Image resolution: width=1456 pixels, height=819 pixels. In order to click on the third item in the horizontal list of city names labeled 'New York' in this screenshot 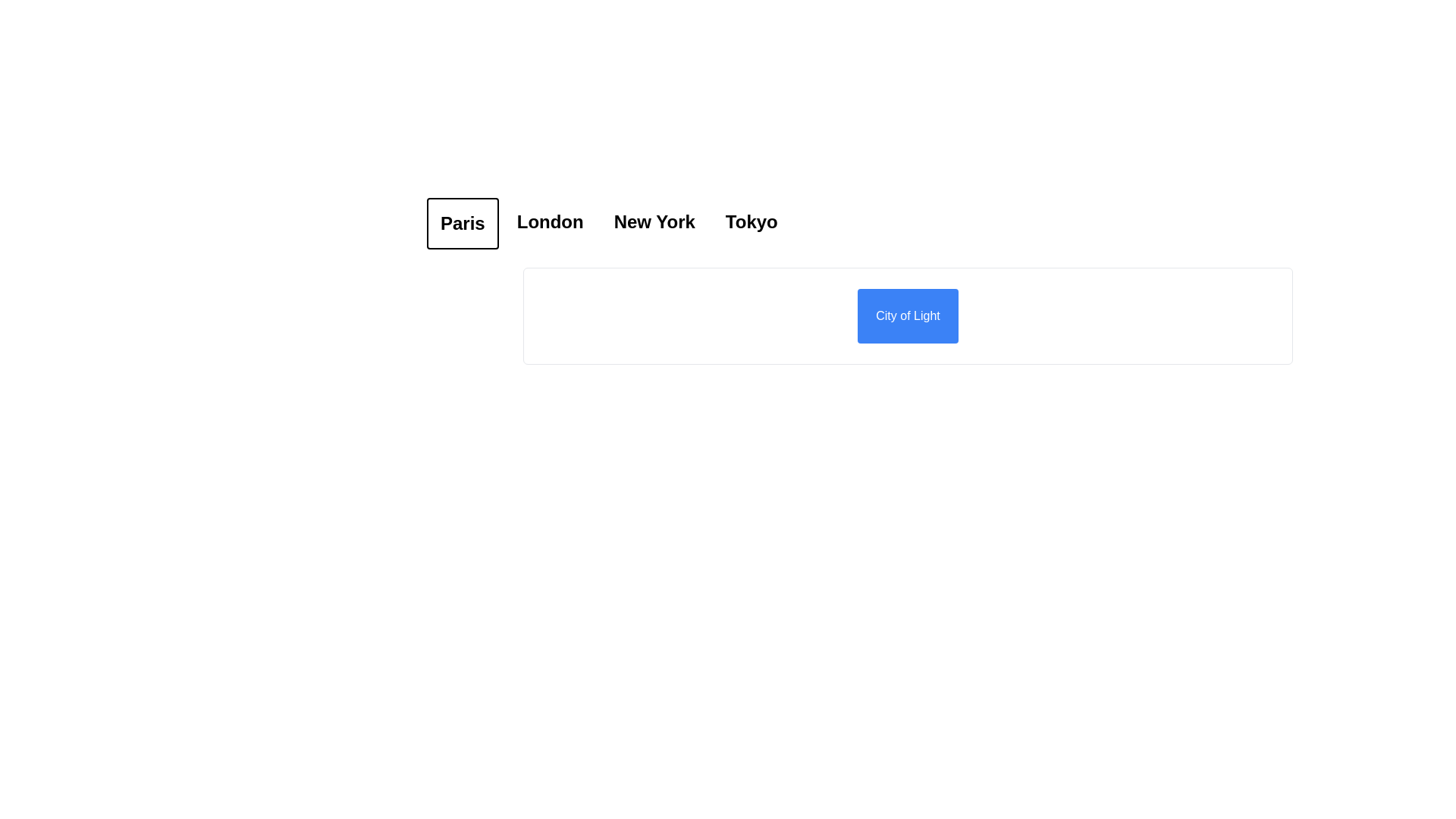, I will do `click(654, 223)`.